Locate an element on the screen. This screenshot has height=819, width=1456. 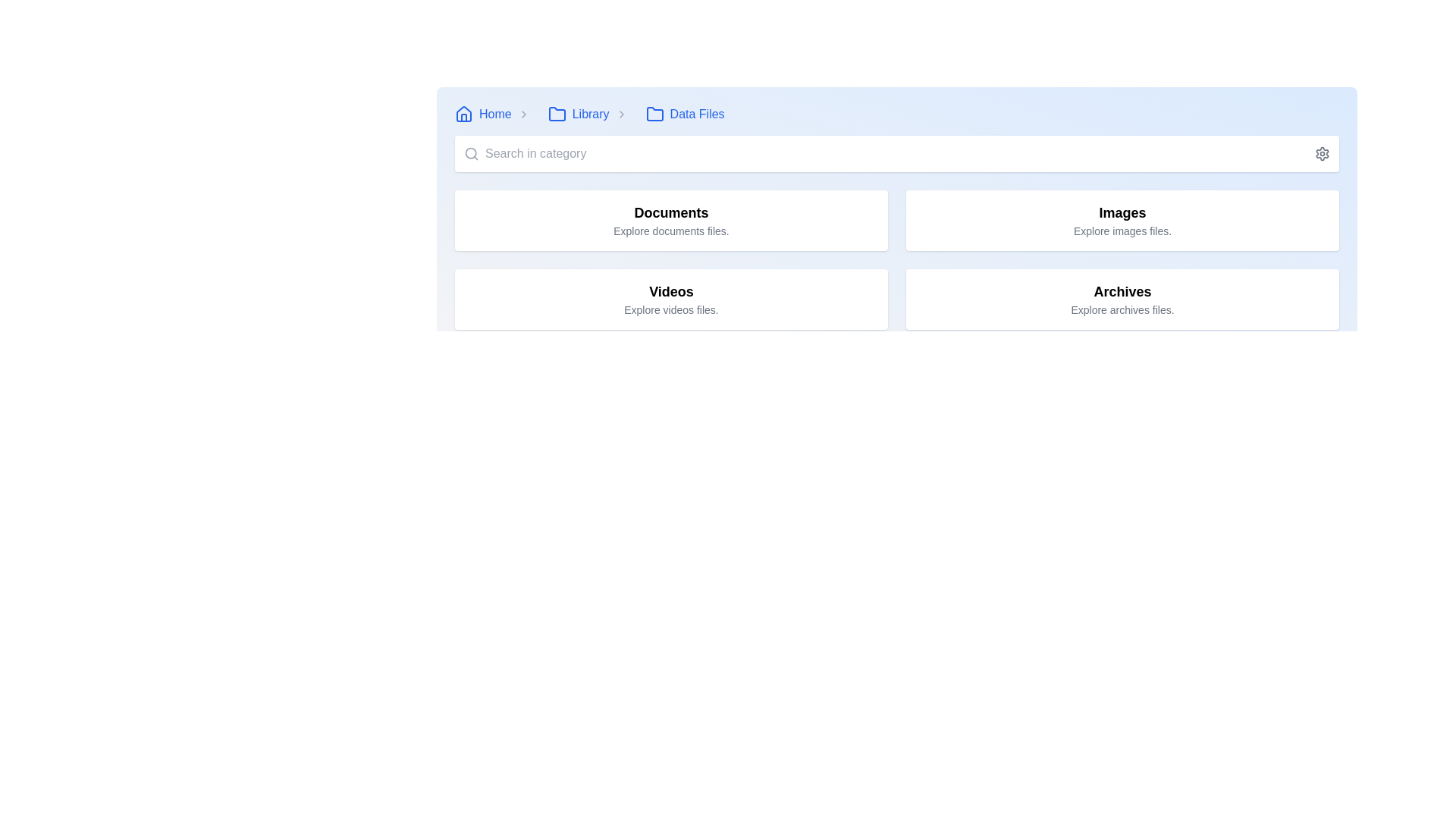
the 'Images' header text, which is bold and black, located at the top of a card on the right-hand side in the second row of a grid layout is located at coordinates (1122, 213).